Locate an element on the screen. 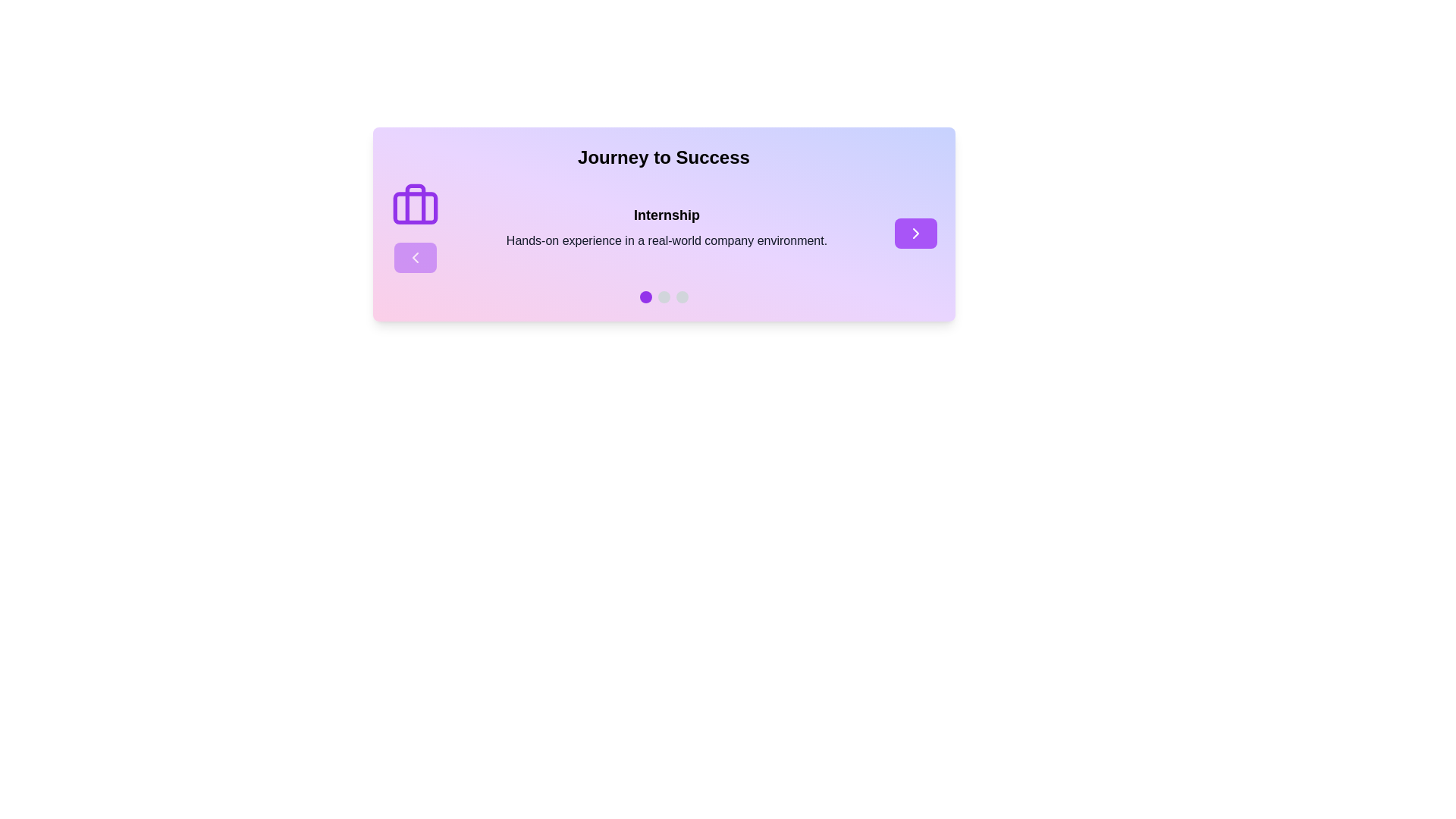  the primary heading text that serves as the title of the component, positioned at the top and centered horizontally above other descriptive text is located at coordinates (664, 158).